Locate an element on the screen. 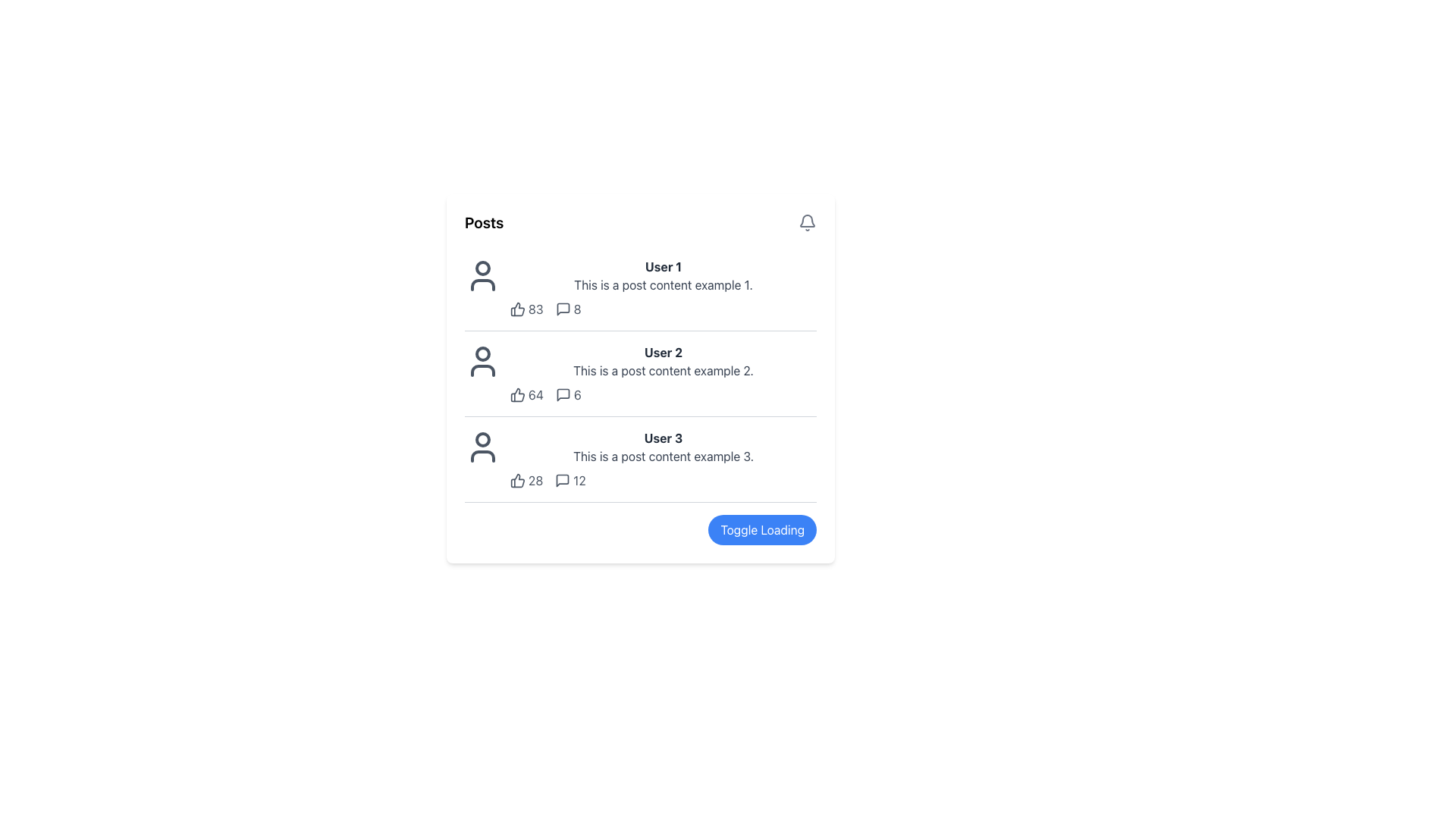 This screenshot has width=1456, height=819. author's name displayed in the text label located at the top of the third post entry in the right section of the interface is located at coordinates (663, 438).